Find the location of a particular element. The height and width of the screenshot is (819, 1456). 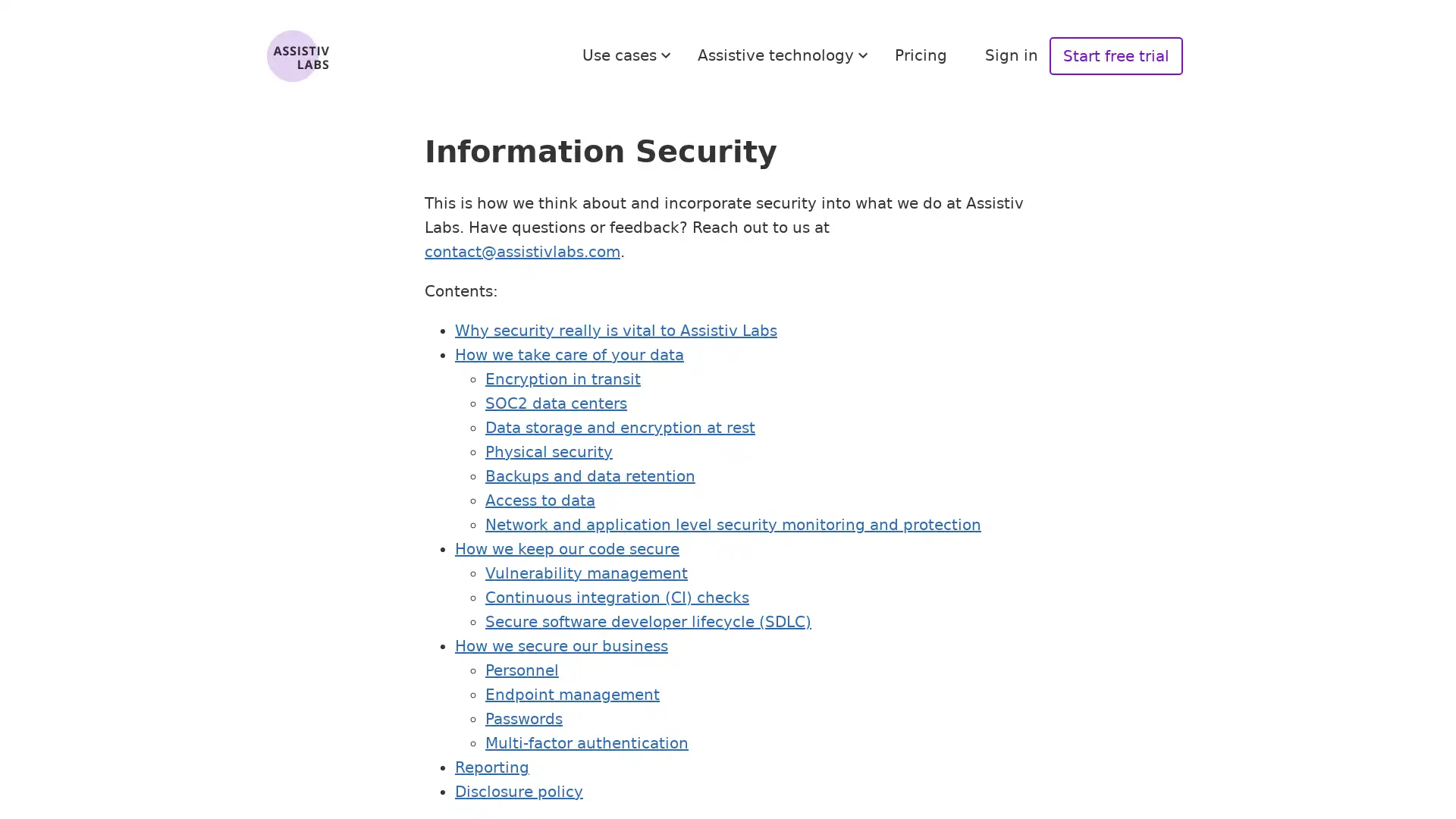

Assistive technology is located at coordinates (785, 55).